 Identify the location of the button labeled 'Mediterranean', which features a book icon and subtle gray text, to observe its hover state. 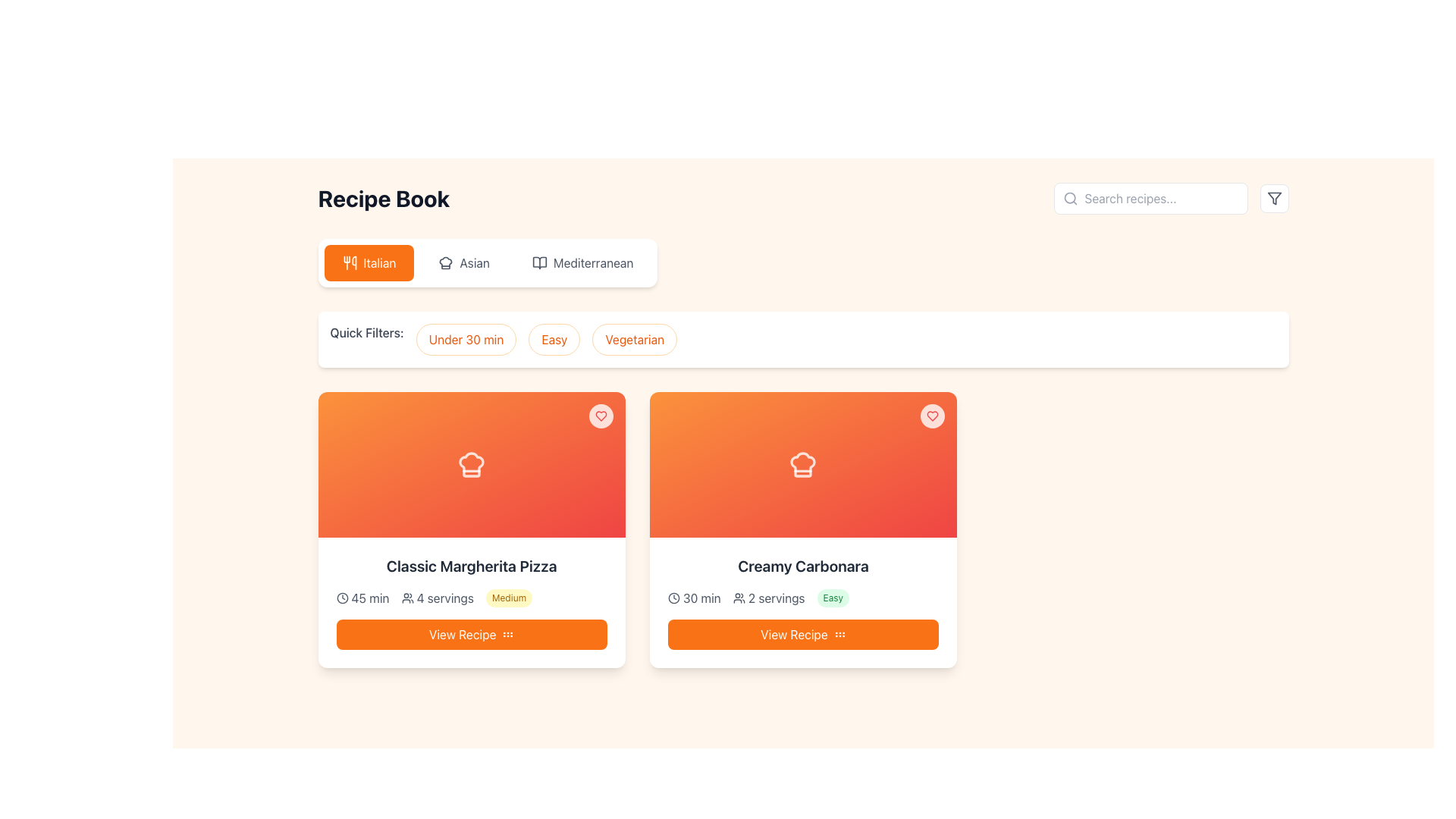
(582, 262).